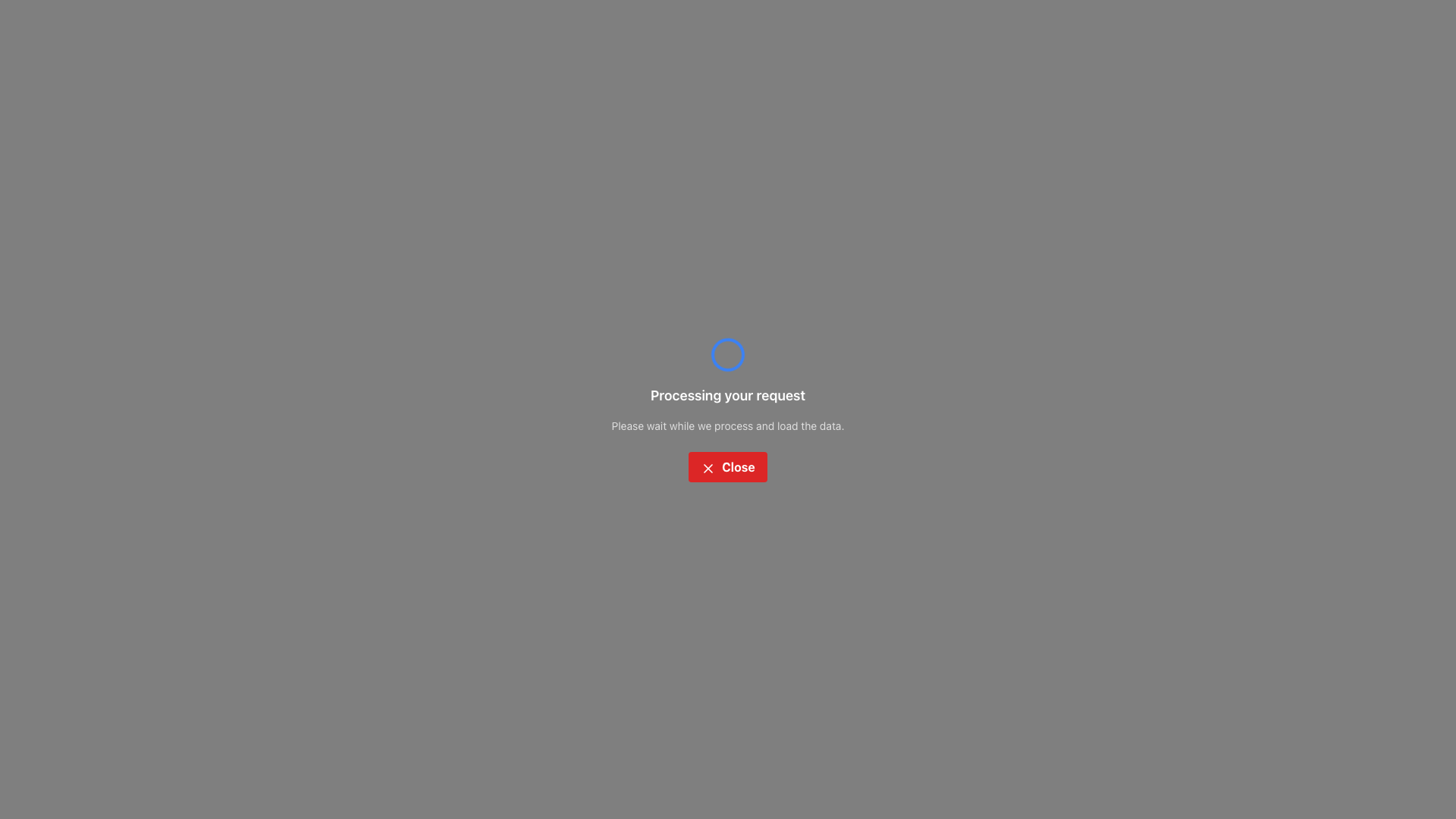  I want to click on the 'X' icon within the 'Close' button, so click(708, 467).